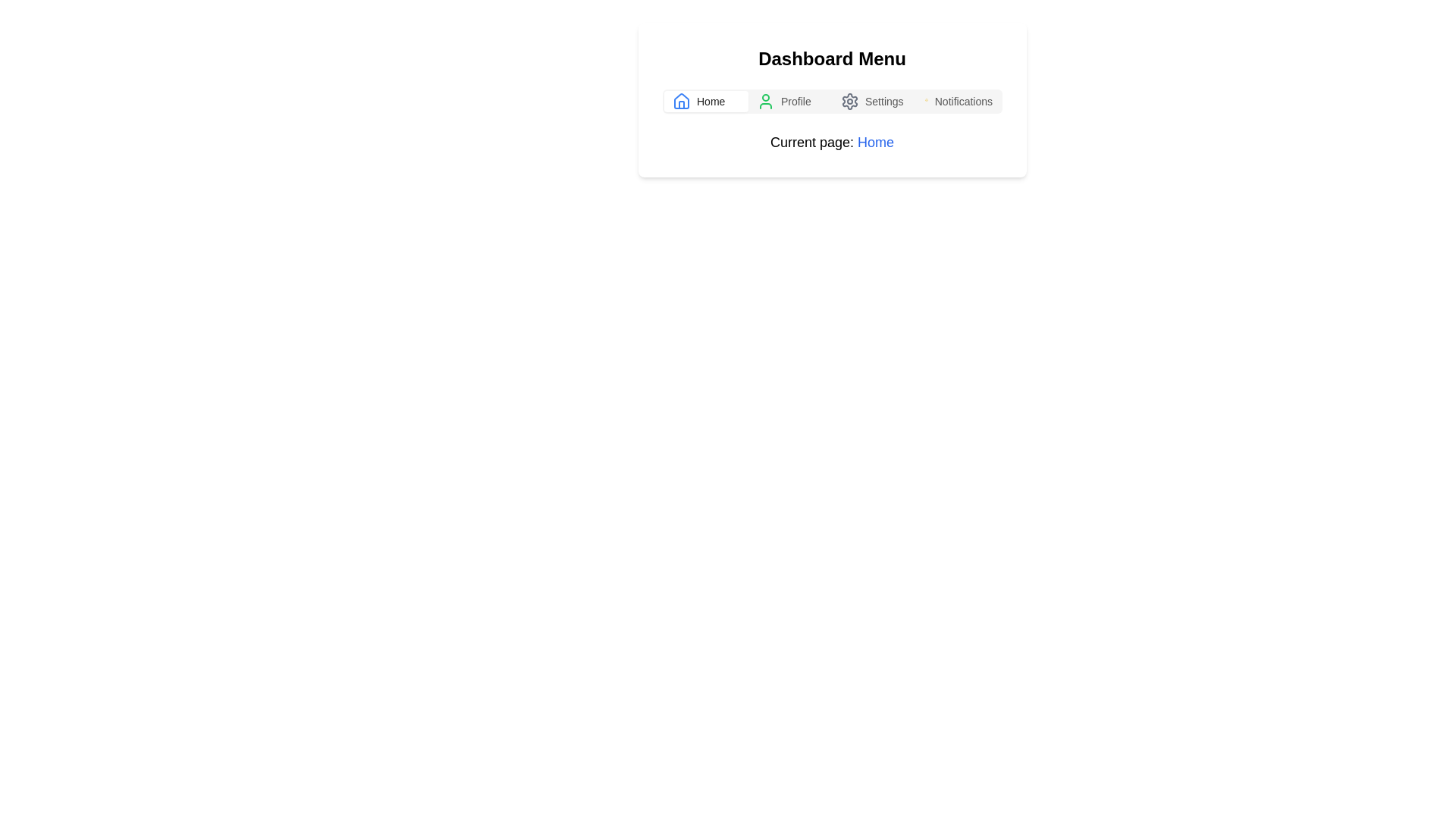  Describe the element at coordinates (831, 102) in the screenshot. I see `the segmented control displaying 'Home', 'Profile', 'Settings', and 'Notifications'` at that location.